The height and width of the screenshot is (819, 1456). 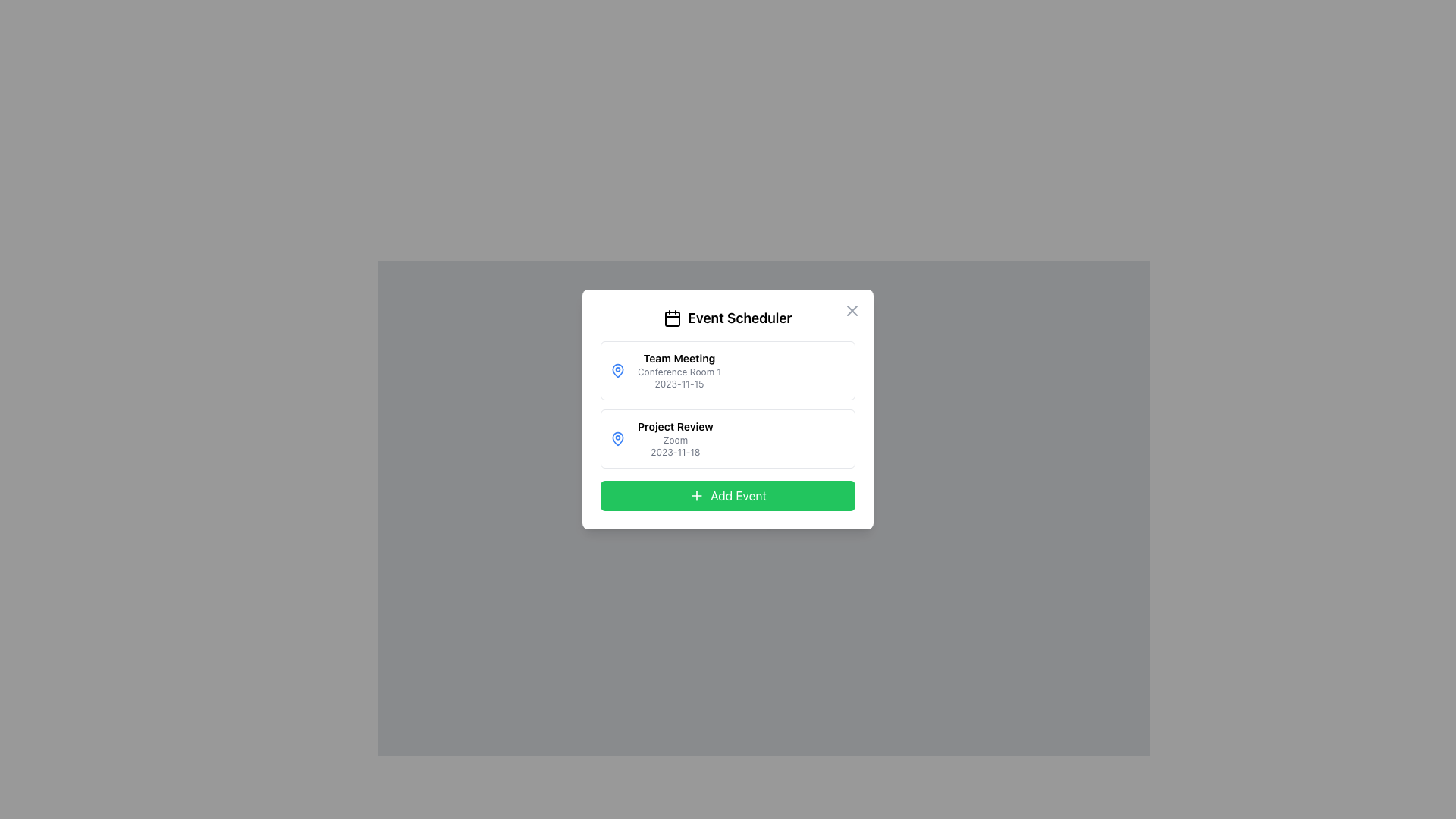 What do you see at coordinates (674, 452) in the screenshot?
I see `the static text label displaying the date '2023-11-18' in gray, located below the text 'Zoom' in the event scheduling application for the 'Project Review' event` at bounding box center [674, 452].